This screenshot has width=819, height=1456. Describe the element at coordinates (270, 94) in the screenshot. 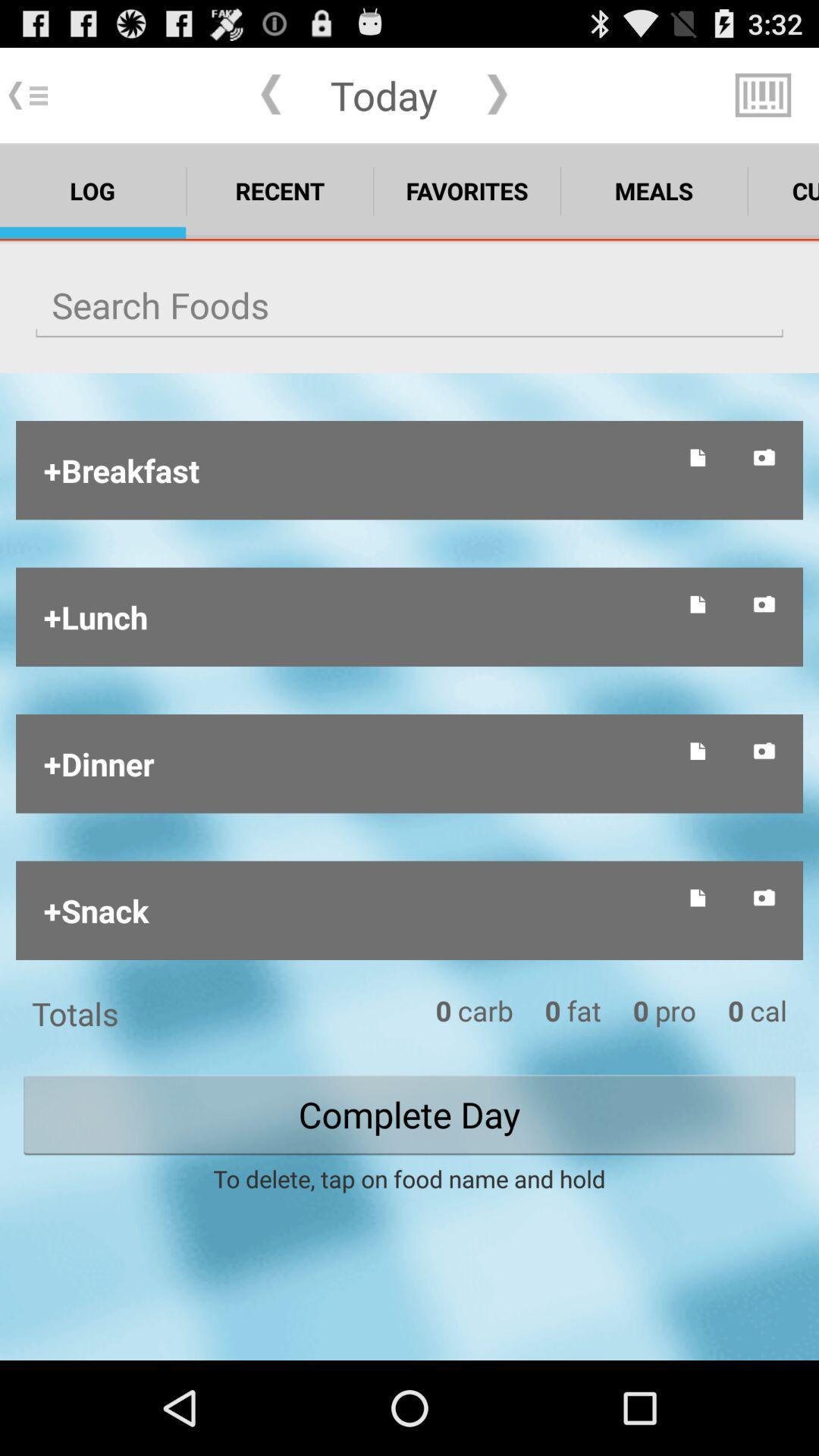

I see `the back arrow which is left to today` at that location.